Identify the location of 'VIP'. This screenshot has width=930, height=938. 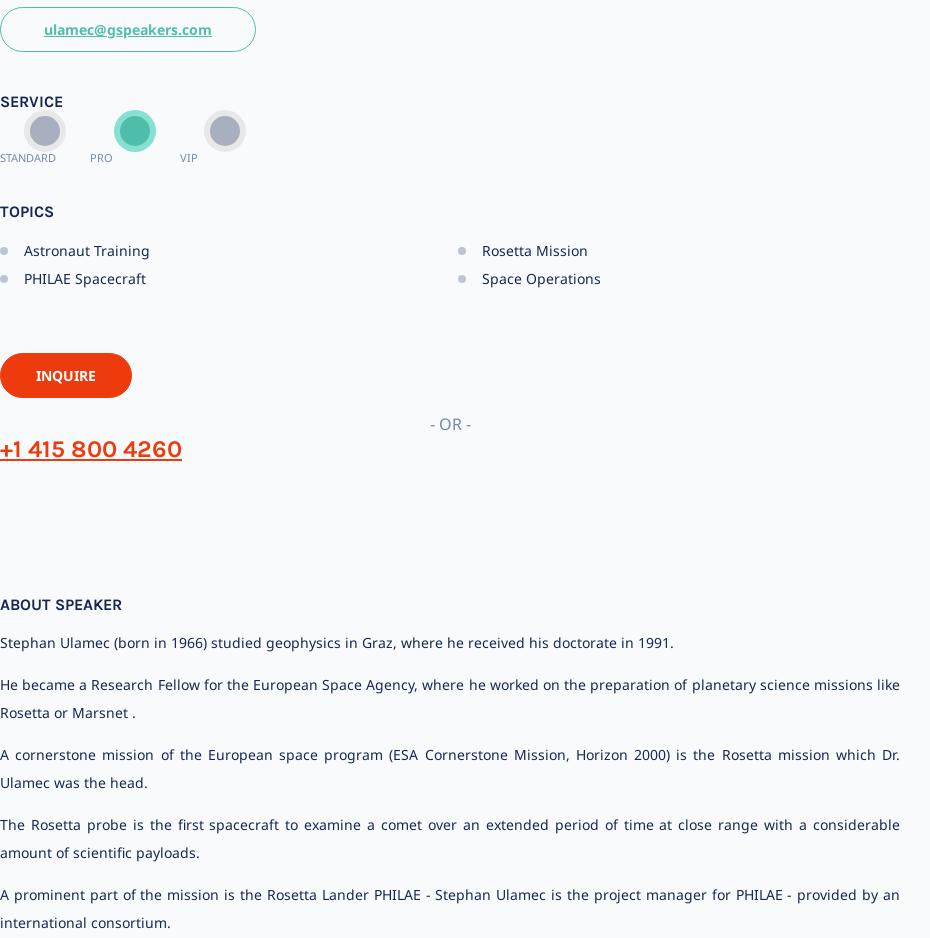
(187, 156).